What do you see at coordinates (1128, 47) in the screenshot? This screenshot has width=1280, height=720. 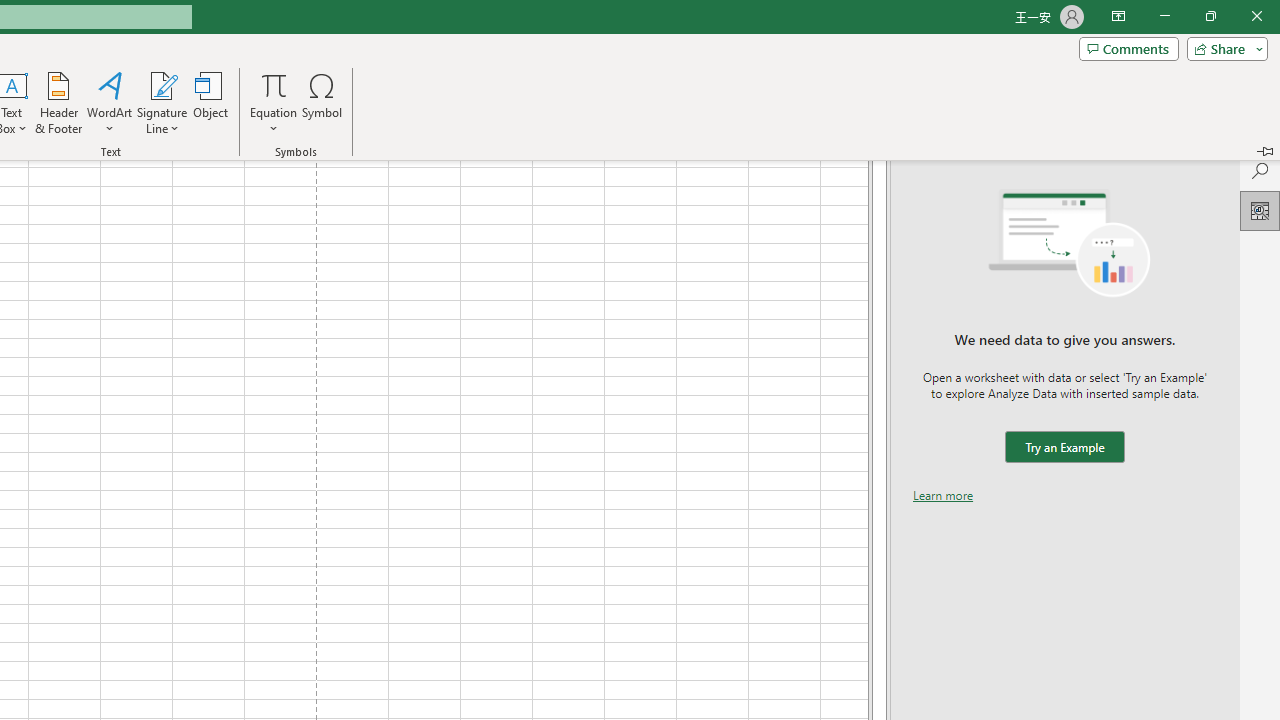 I see `'Comments'` at bounding box center [1128, 47].